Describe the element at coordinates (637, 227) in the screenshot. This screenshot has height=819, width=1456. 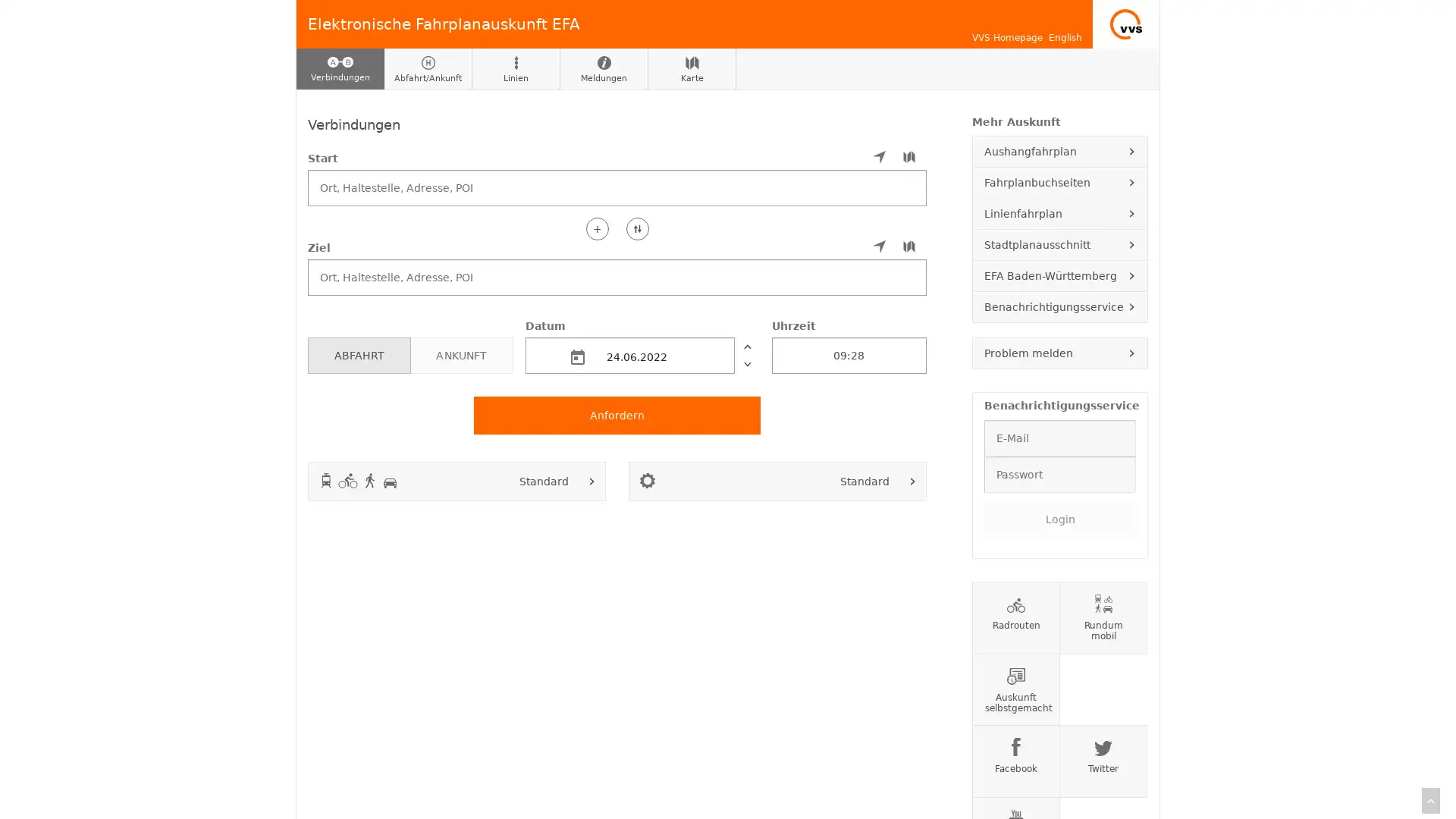
I see `Start und Ziel tauschen` at that location.